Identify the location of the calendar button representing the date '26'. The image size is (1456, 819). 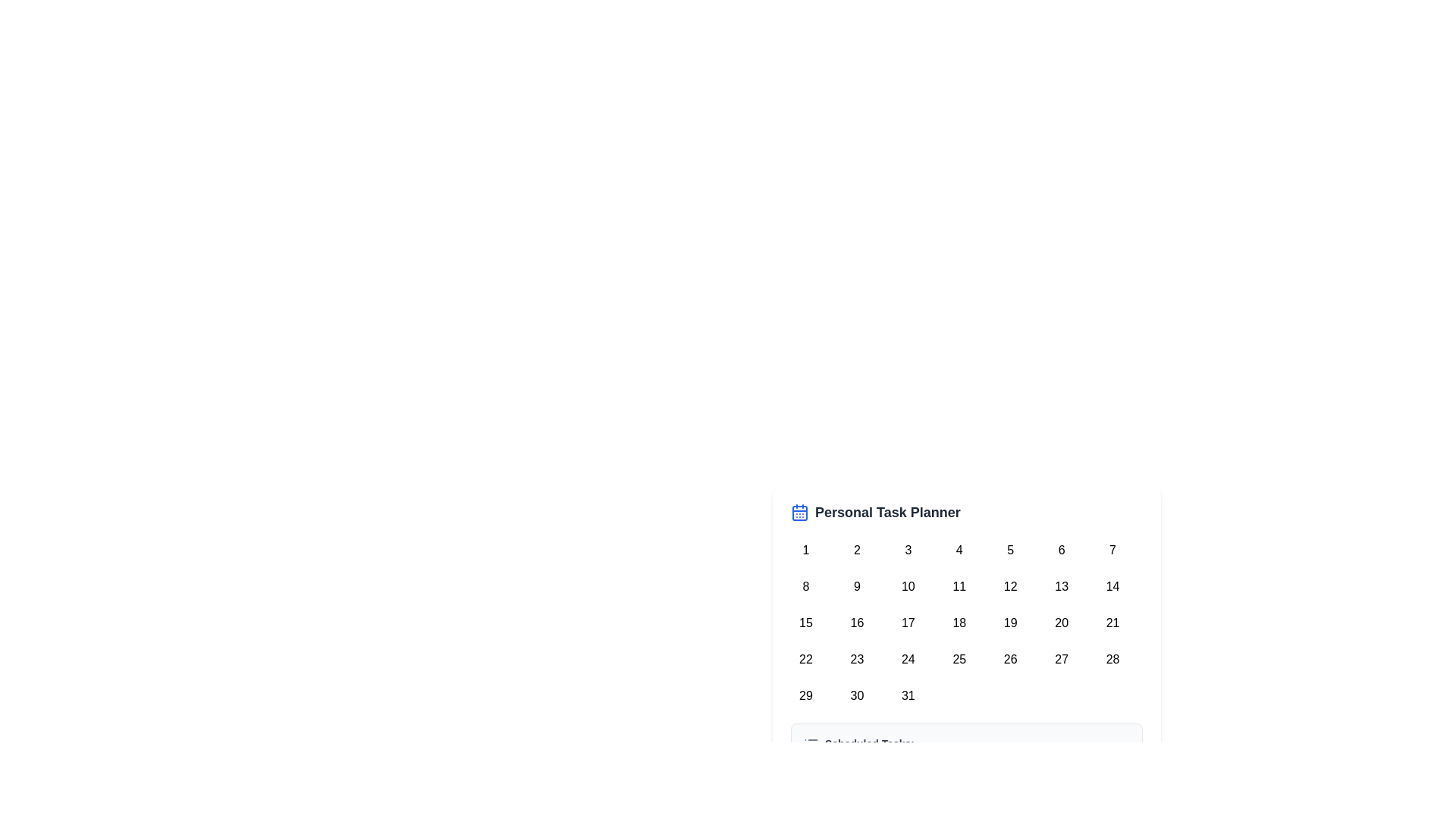
(1010, 659).